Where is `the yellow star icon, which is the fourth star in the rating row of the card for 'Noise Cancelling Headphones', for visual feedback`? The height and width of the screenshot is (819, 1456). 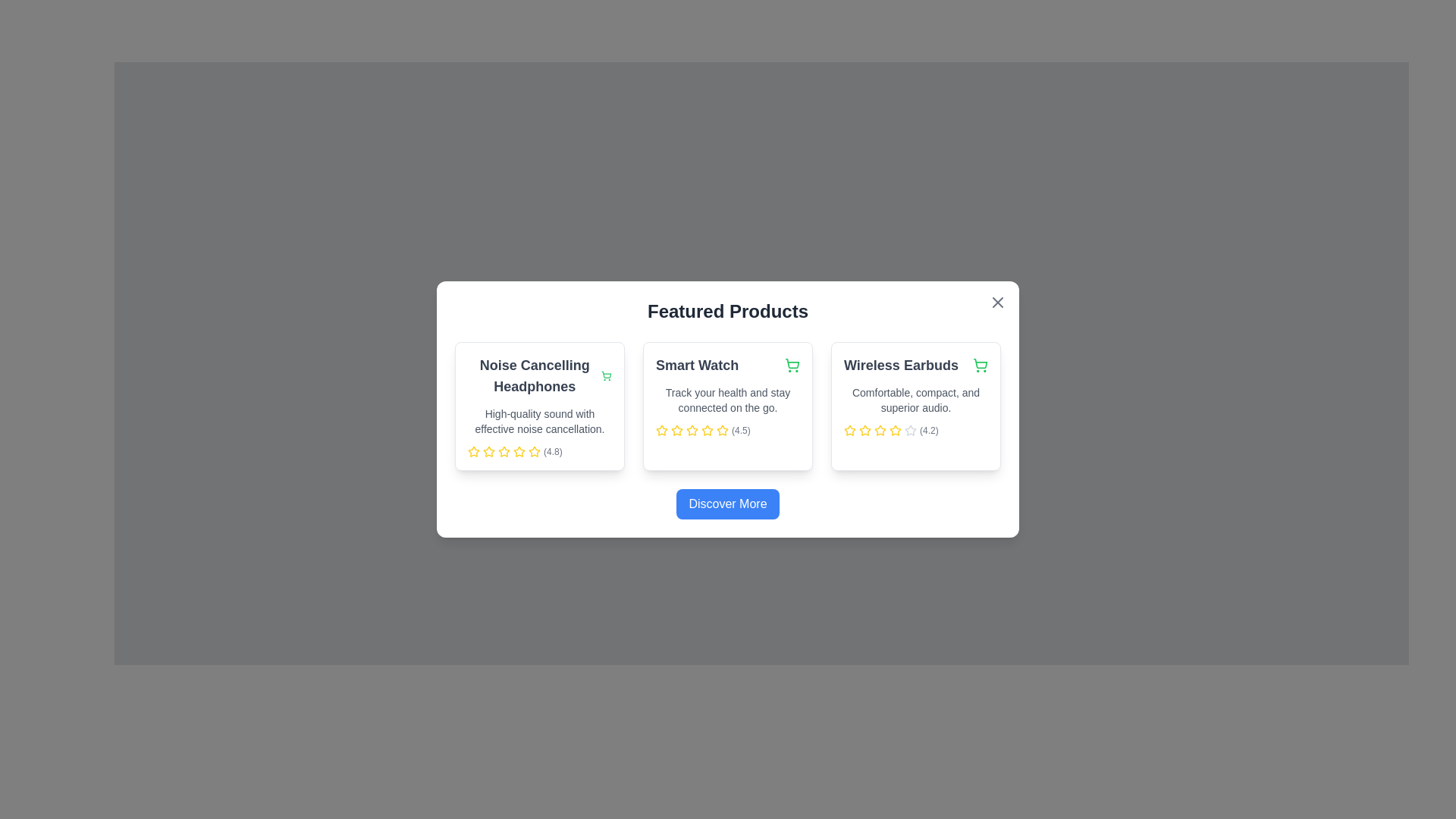 the yellow star icon, which is the fourth star in the rating row of the card for 'Noise Cancelling Headphones', for visual feedback is located at coordinates (472, 450).